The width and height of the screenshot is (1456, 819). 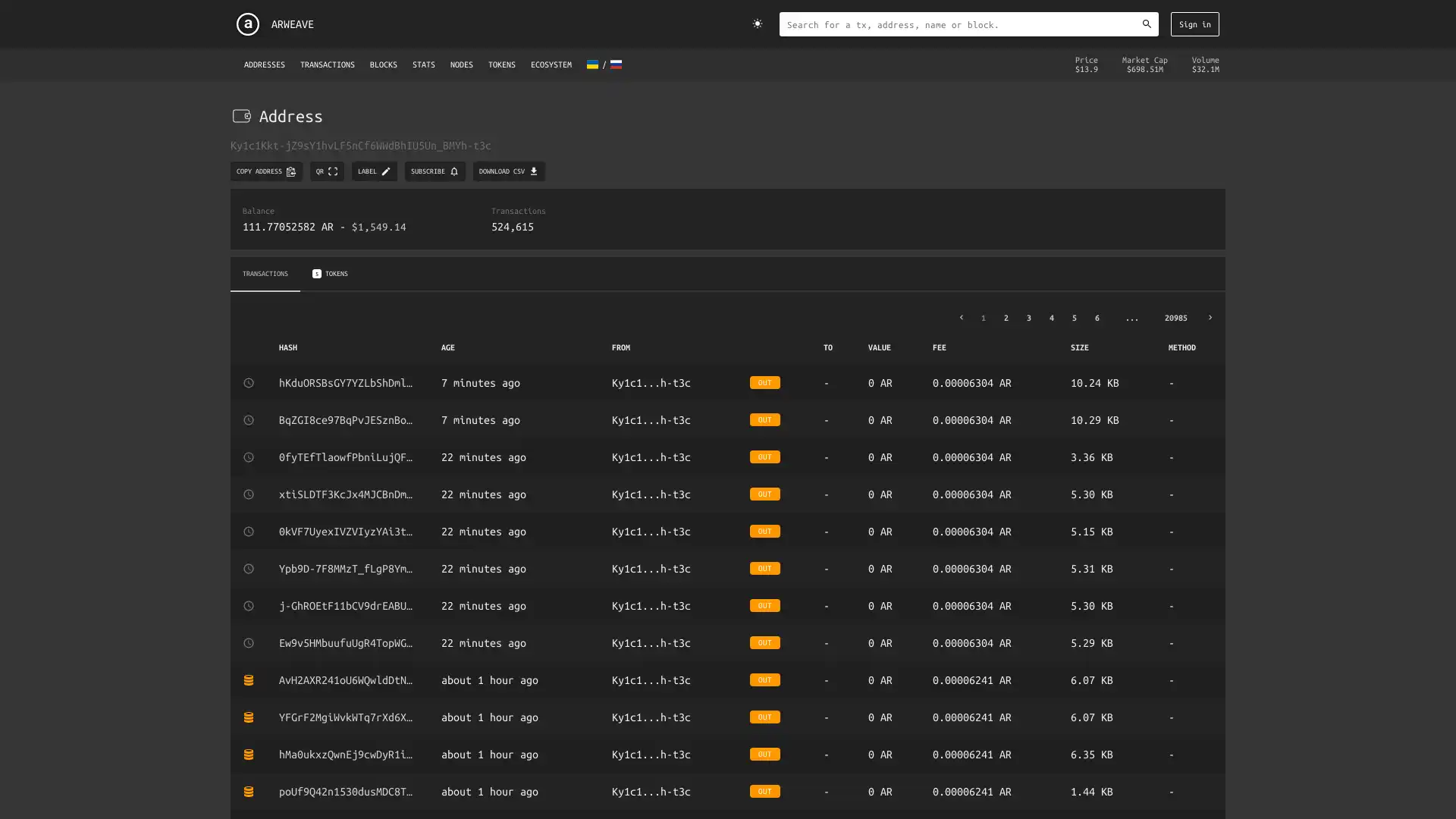 I want to click on ..., so click(x=1131, y=315).